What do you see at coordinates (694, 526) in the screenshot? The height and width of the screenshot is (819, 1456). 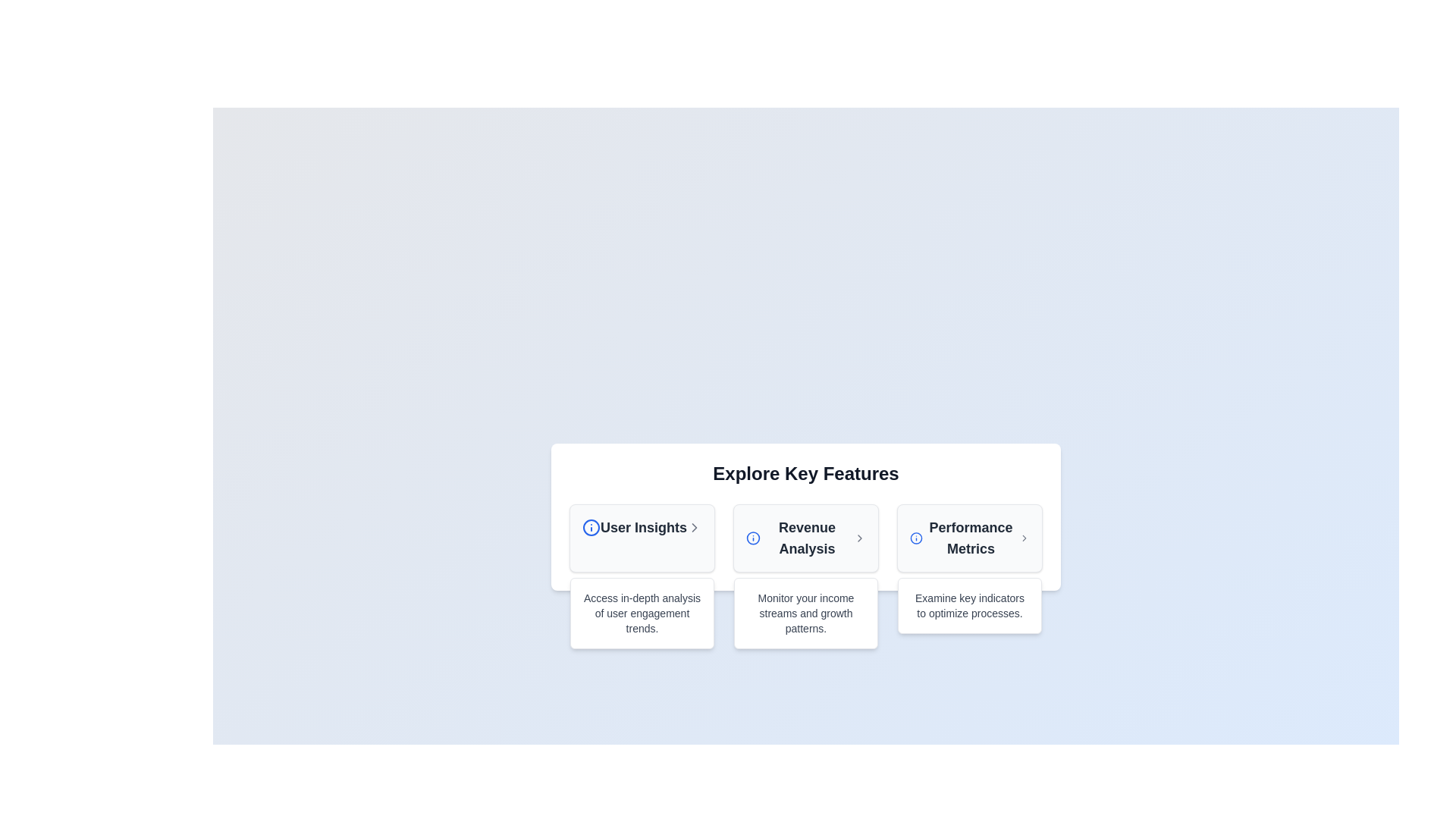 I see `the rightward-pointing chevron icon next to the 'User Insights' text` at bounding box center [694, 526].